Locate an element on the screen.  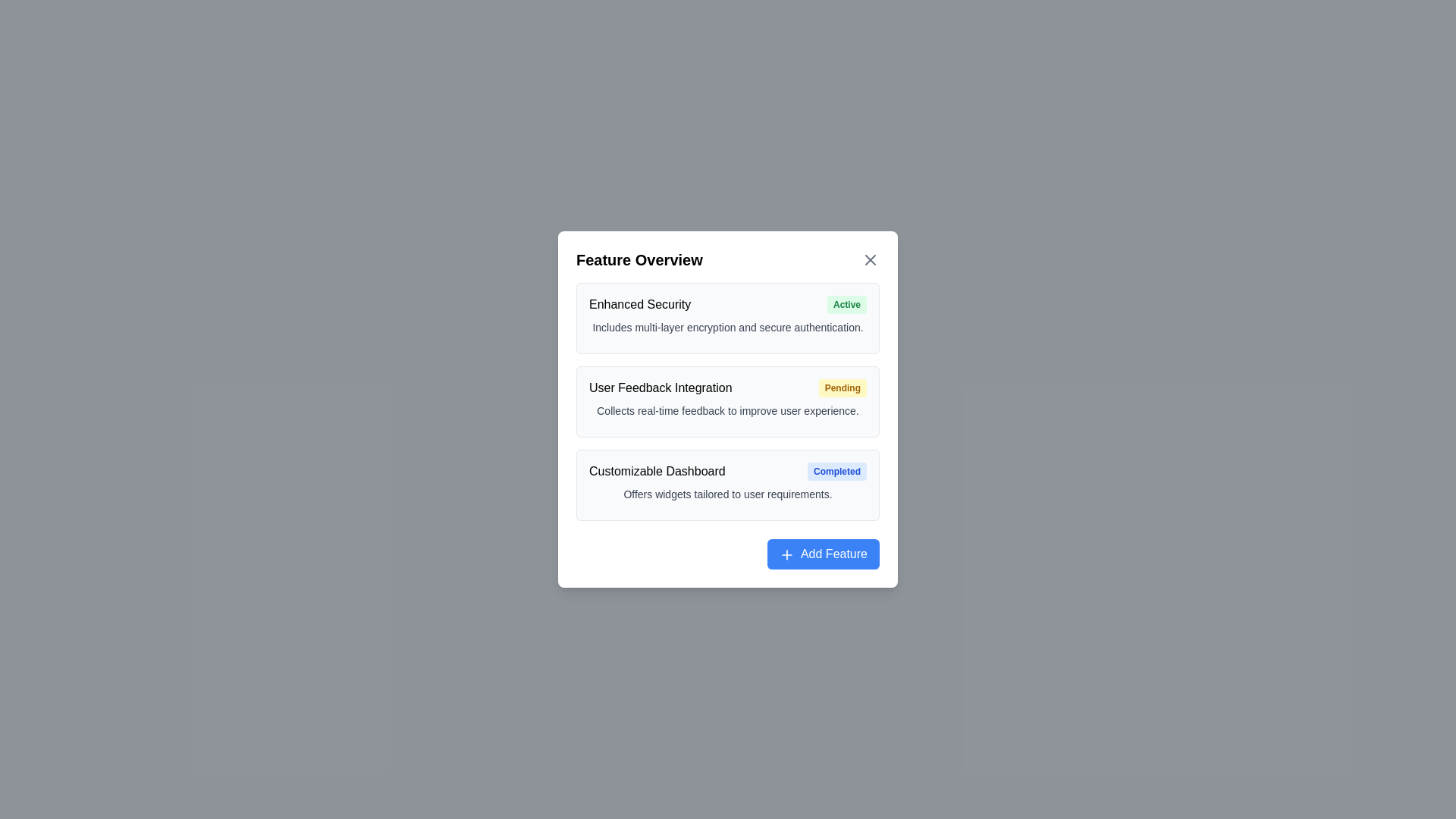
the 'Enhanced Security' text label which is left-aligned in the feature overview modal is located at coordinates (640, 304).